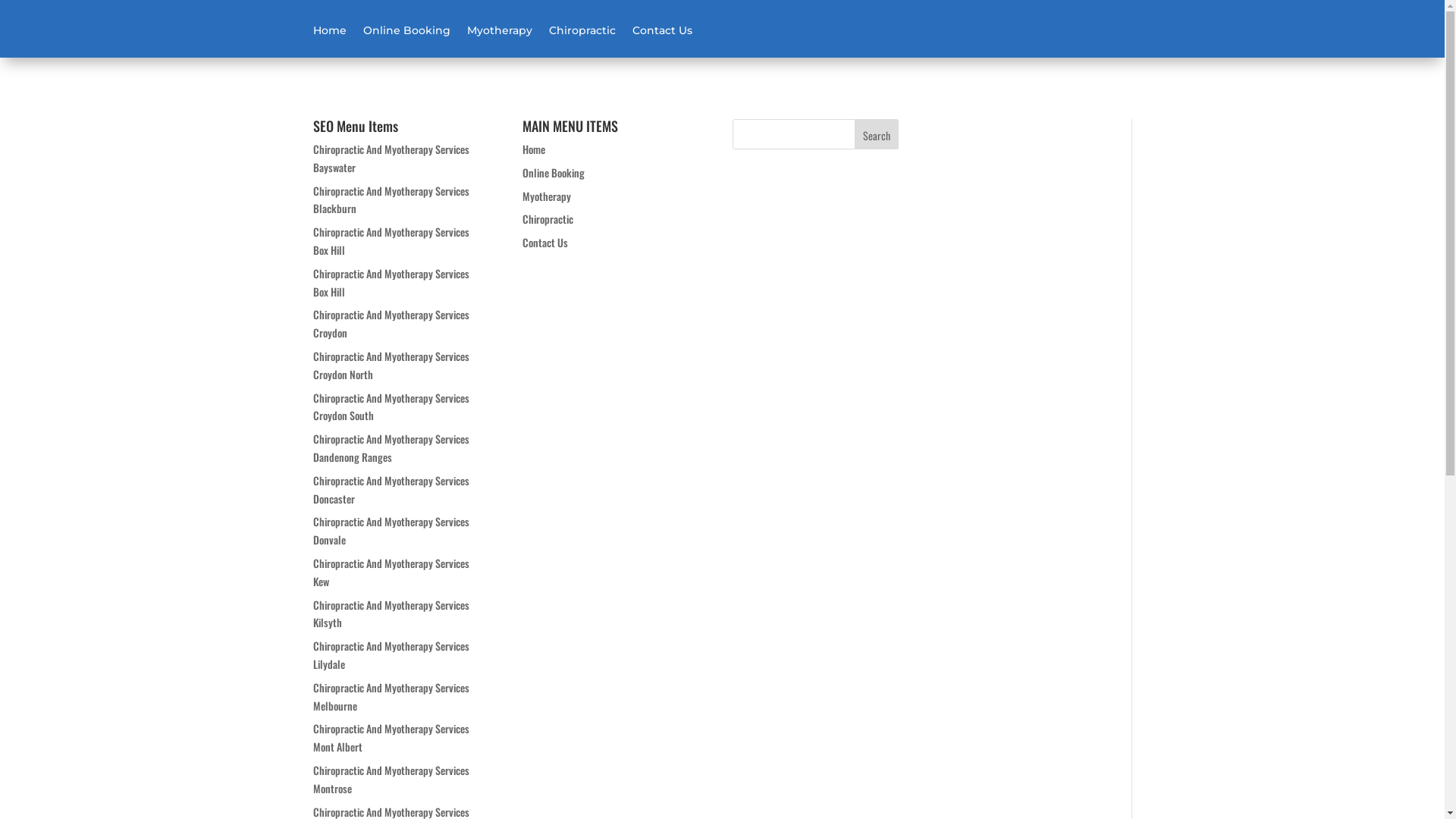 This screenshot has width=1456, height=819. Describe the element at coordinates (662, 40) in the screenshot. I see `'Contact Us'` at that location.